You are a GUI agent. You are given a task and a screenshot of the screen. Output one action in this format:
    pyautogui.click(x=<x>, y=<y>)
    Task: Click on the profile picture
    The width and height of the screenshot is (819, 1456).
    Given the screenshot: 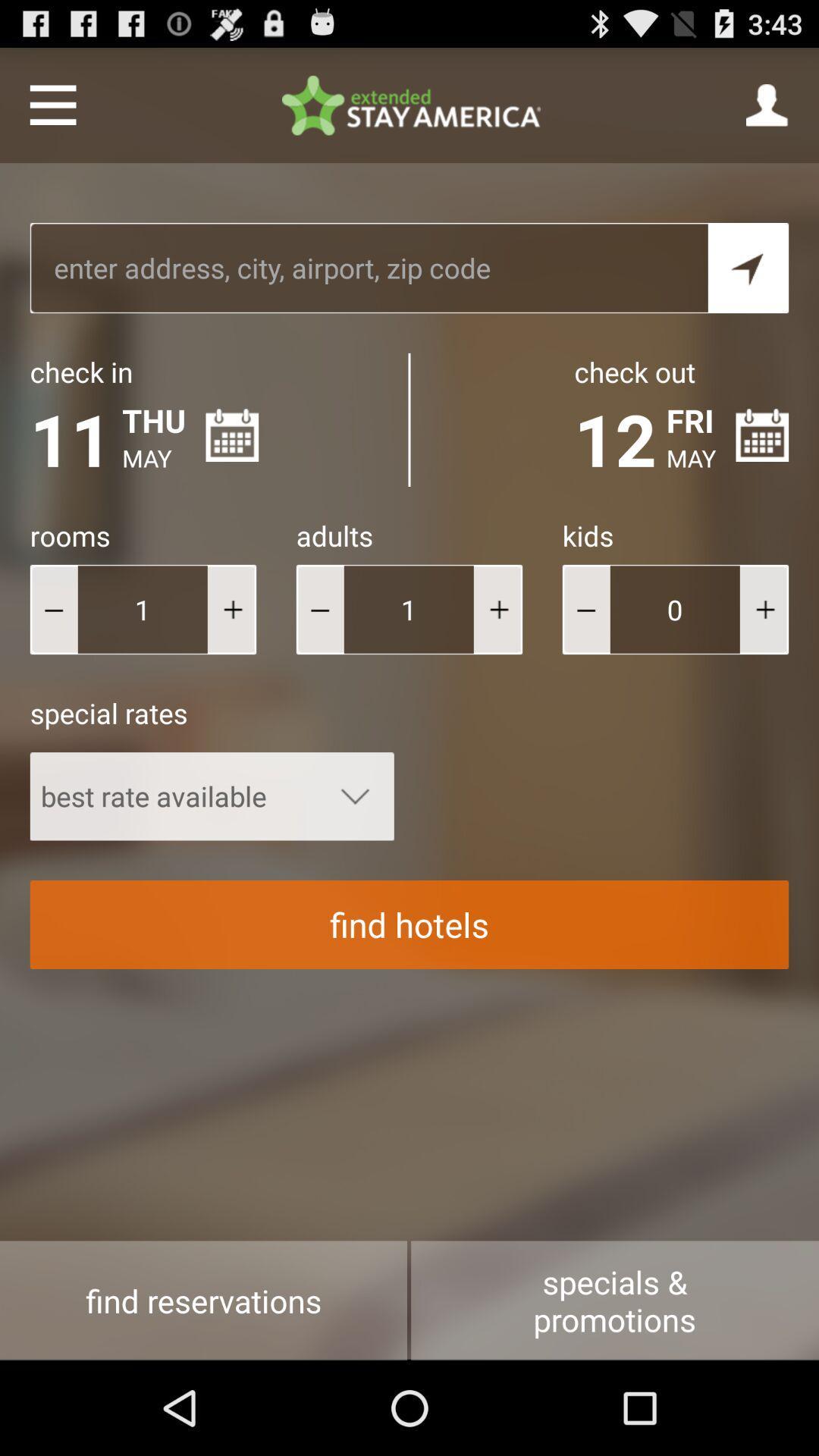 What is the action you would take?
    pyautogui.click(x=767, y=104)
    